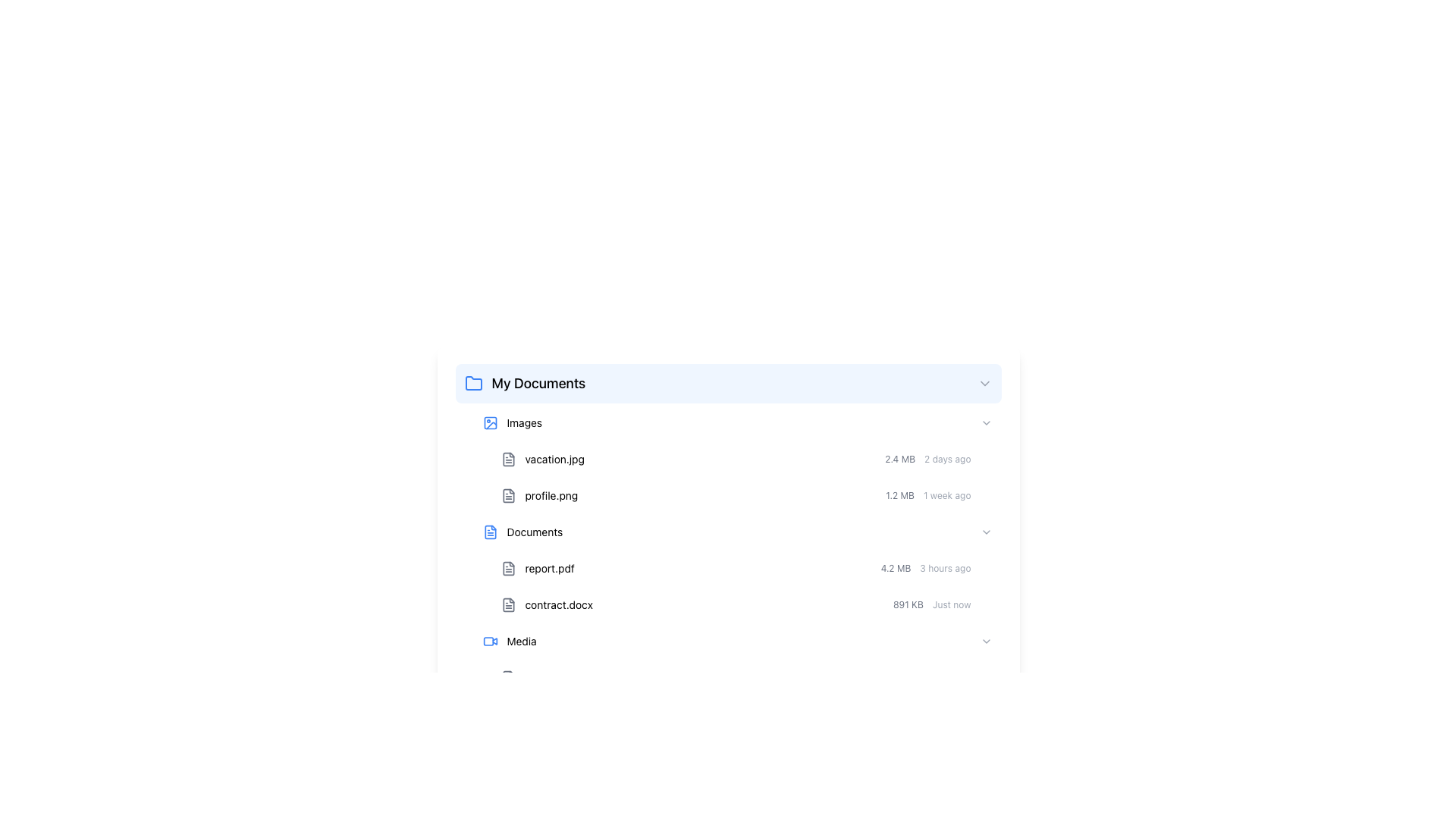 This screenshot has width=1456, height=819. I want to click on the right-facing chevron icon near the right edge of the 'Documents' row, so click(986, 532).